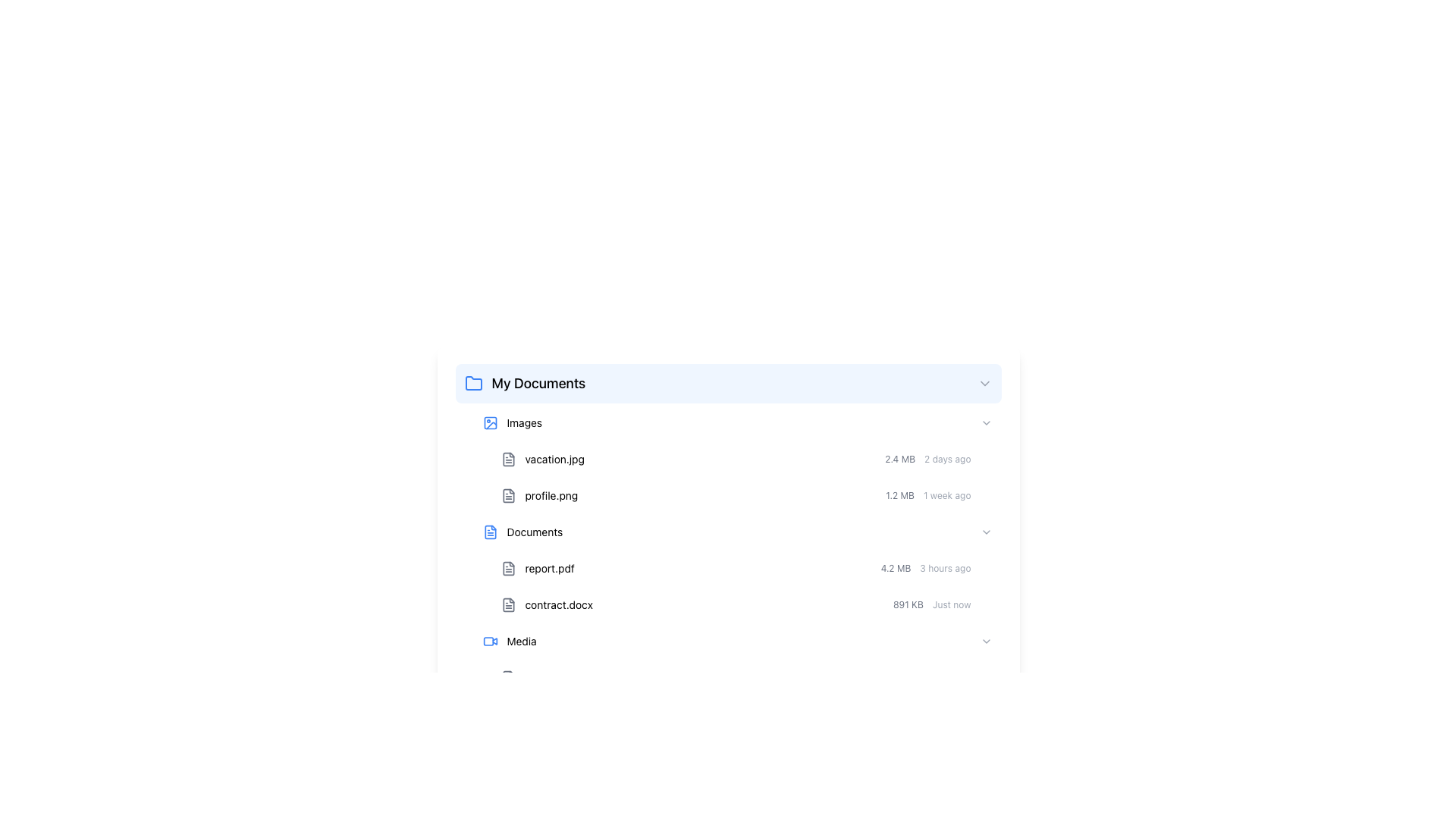 This screenshot has width=1456, height=819. I want to click on the right-facing chevron icon near the right edge of the 'Documents' row, so click(986, 532).